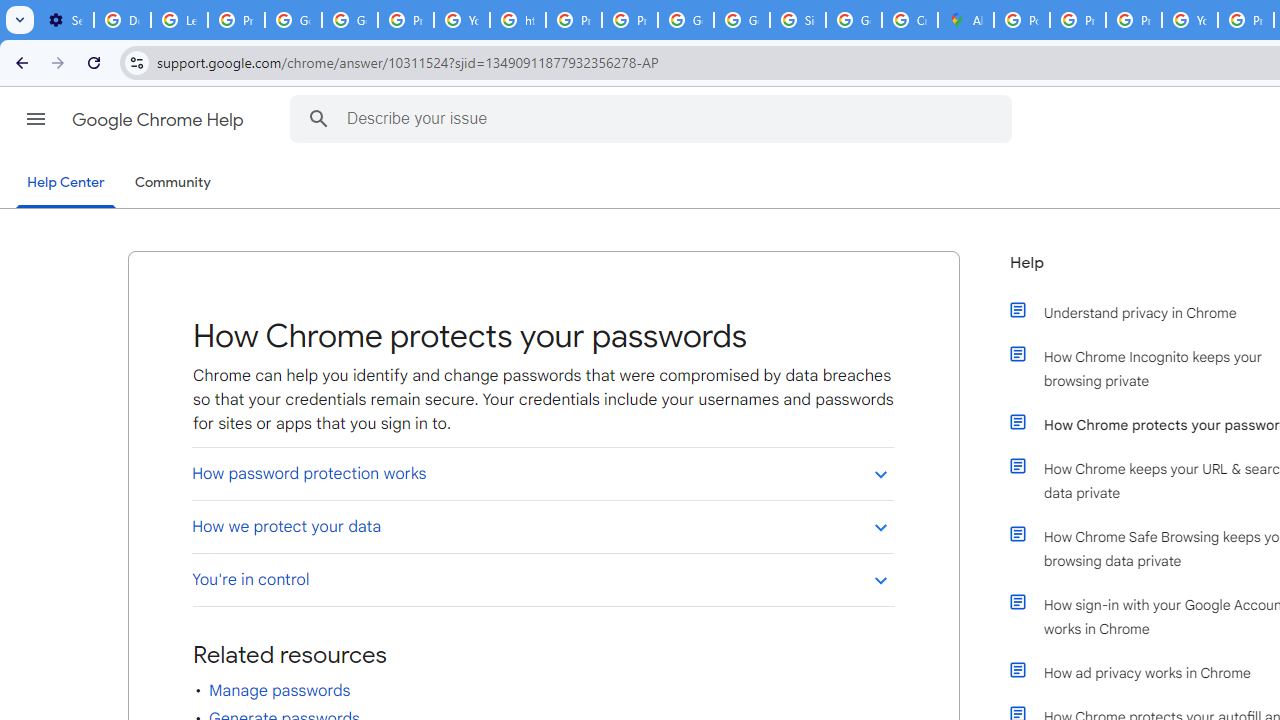 The height and width of the screenshot is (720, 1280). I want to click on 'Search Help Center', so click(317, 118).